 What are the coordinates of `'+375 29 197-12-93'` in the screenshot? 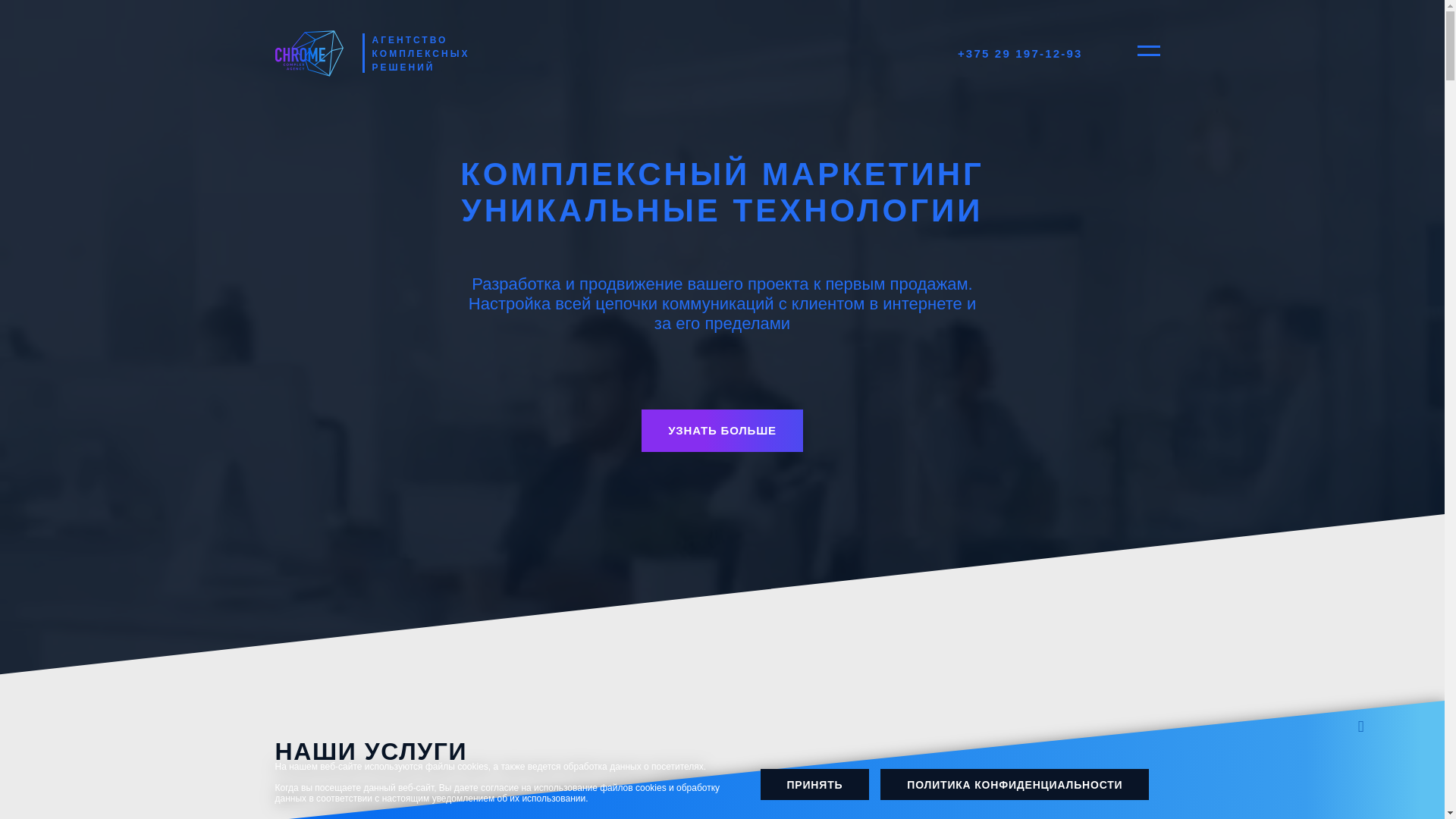 It's located at (1020, 52).